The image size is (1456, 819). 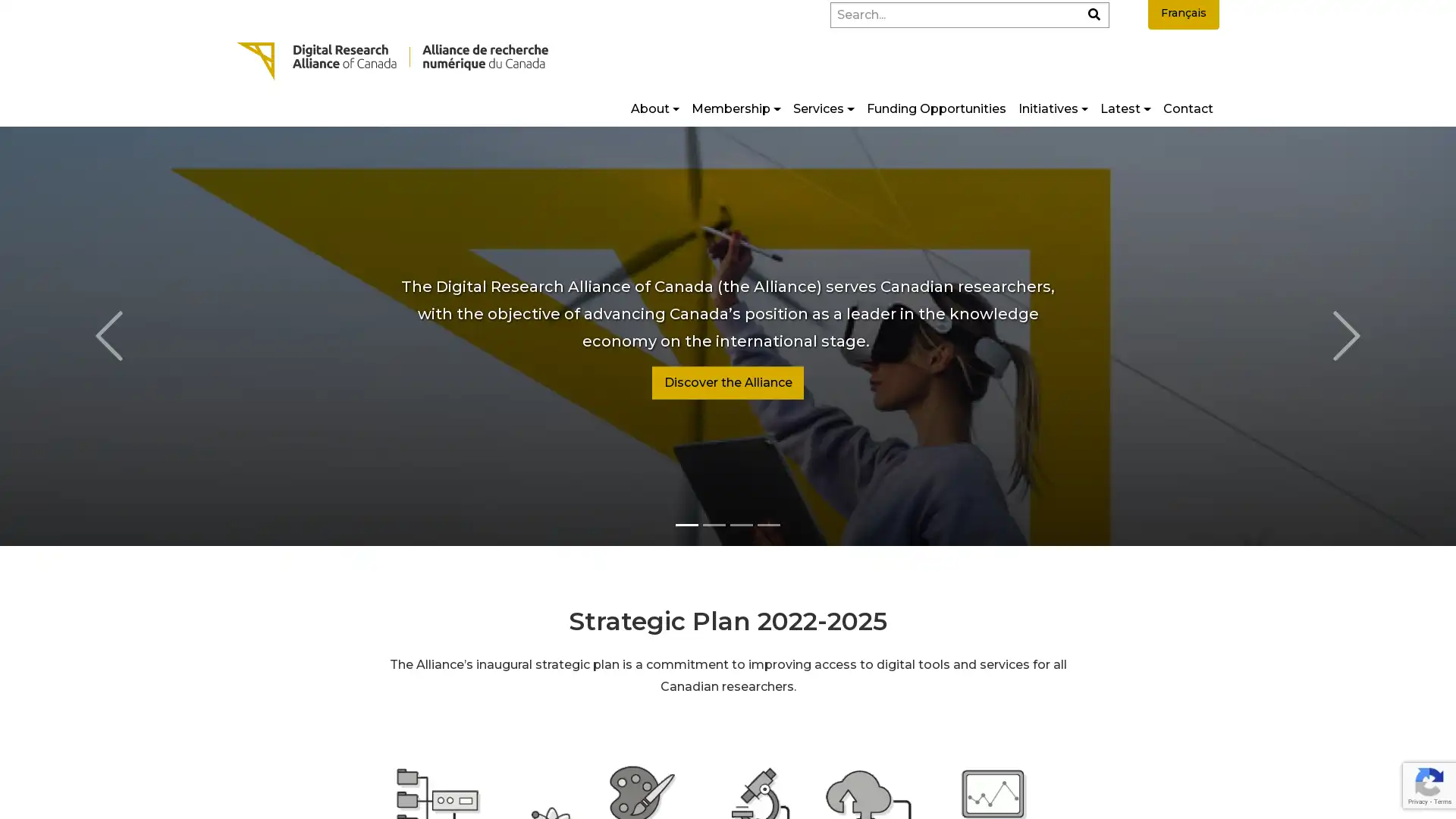 What do you see at coordinates (768, 523) in the screenshot?
I see `Slide 3` at bounding box center [768, 523].